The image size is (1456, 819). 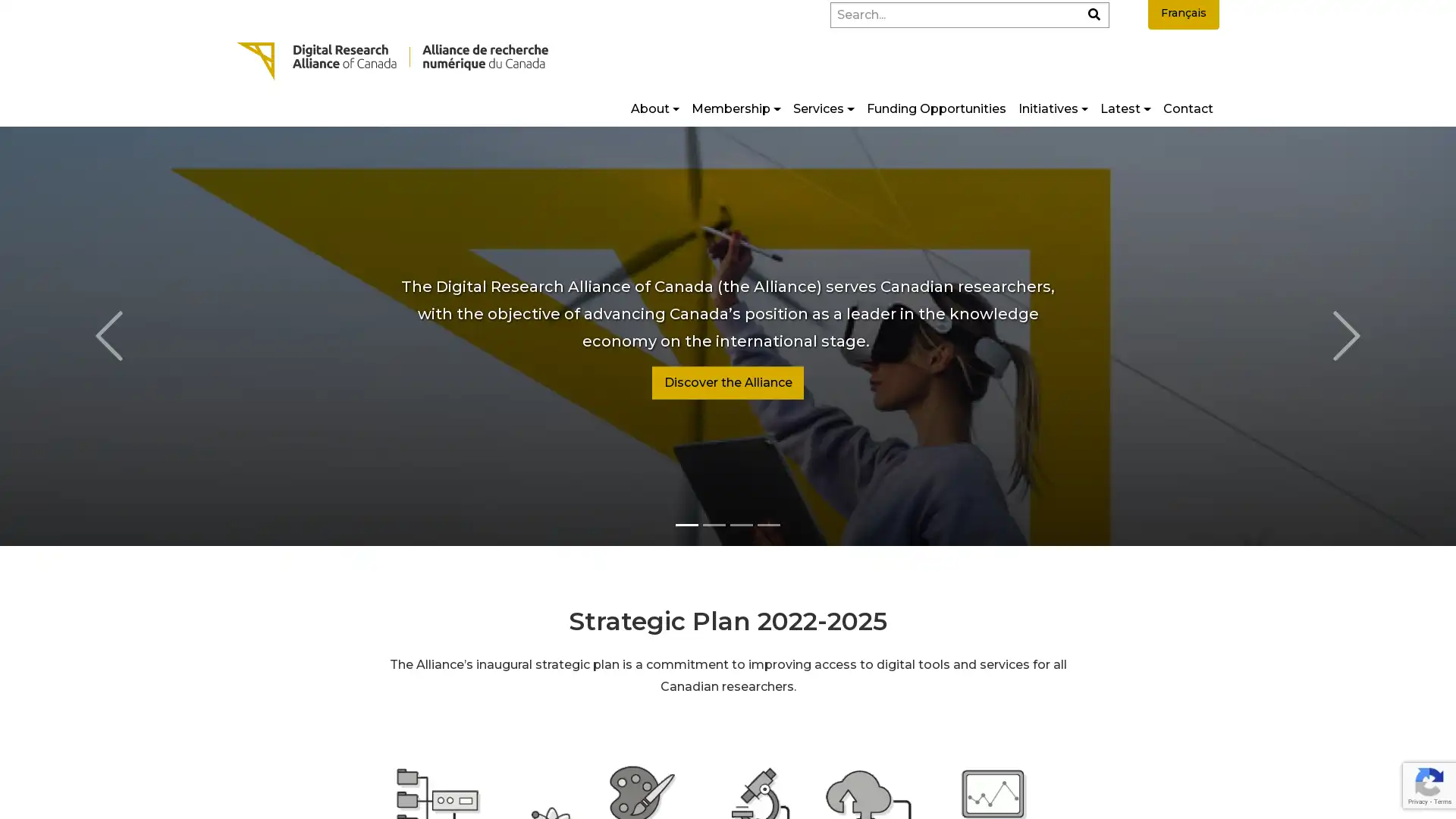 What do you see at coordinates (768, 523) in the screenshot?
I see `Slide 3` at bounding box center [768, 523].